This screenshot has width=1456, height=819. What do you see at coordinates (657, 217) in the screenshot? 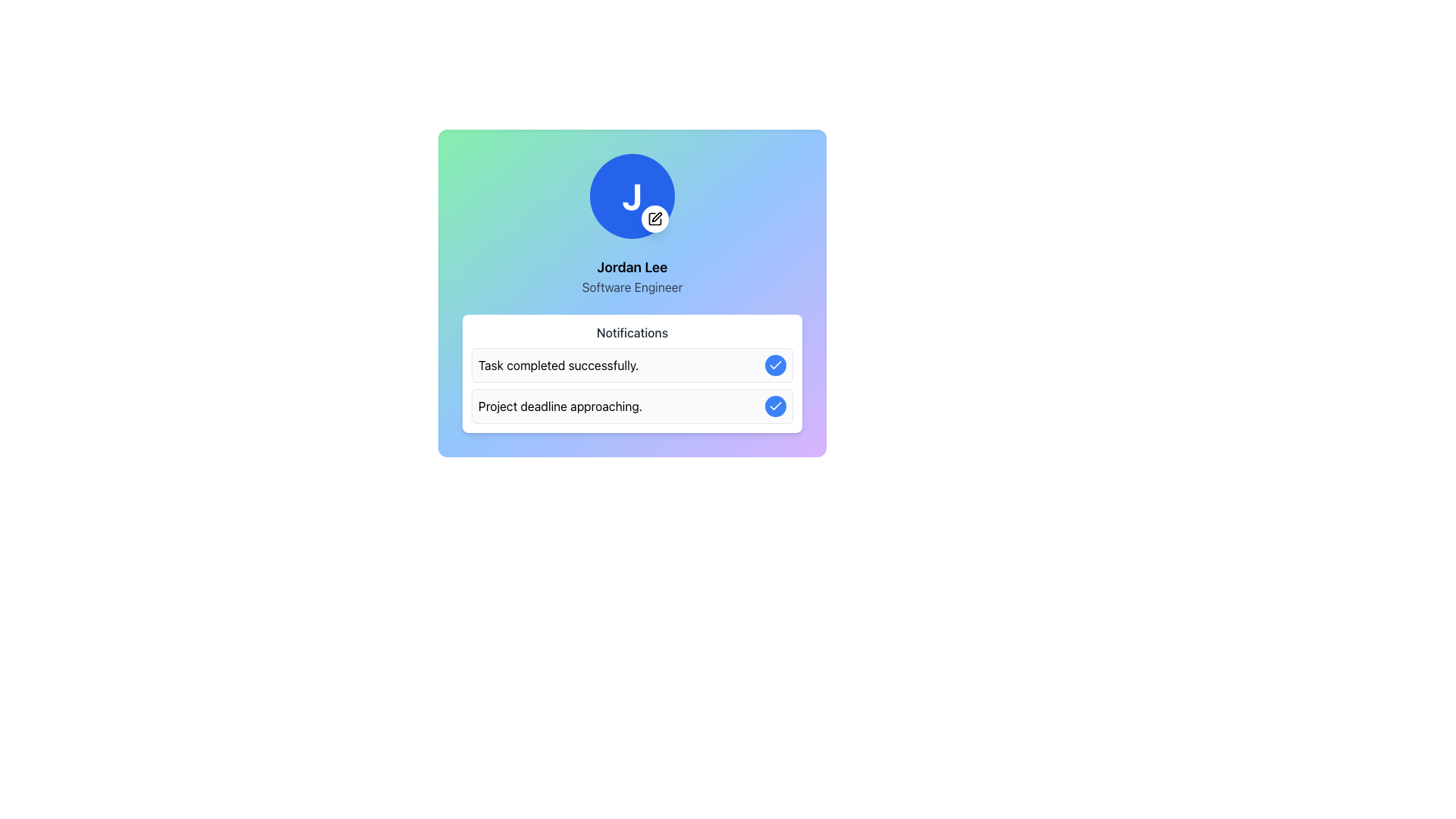
I see `the pen-shaped editing icon located at the bottom right of the overlay on the user's profile picture to indicate modification functionality` at bounding box center [657, 217].